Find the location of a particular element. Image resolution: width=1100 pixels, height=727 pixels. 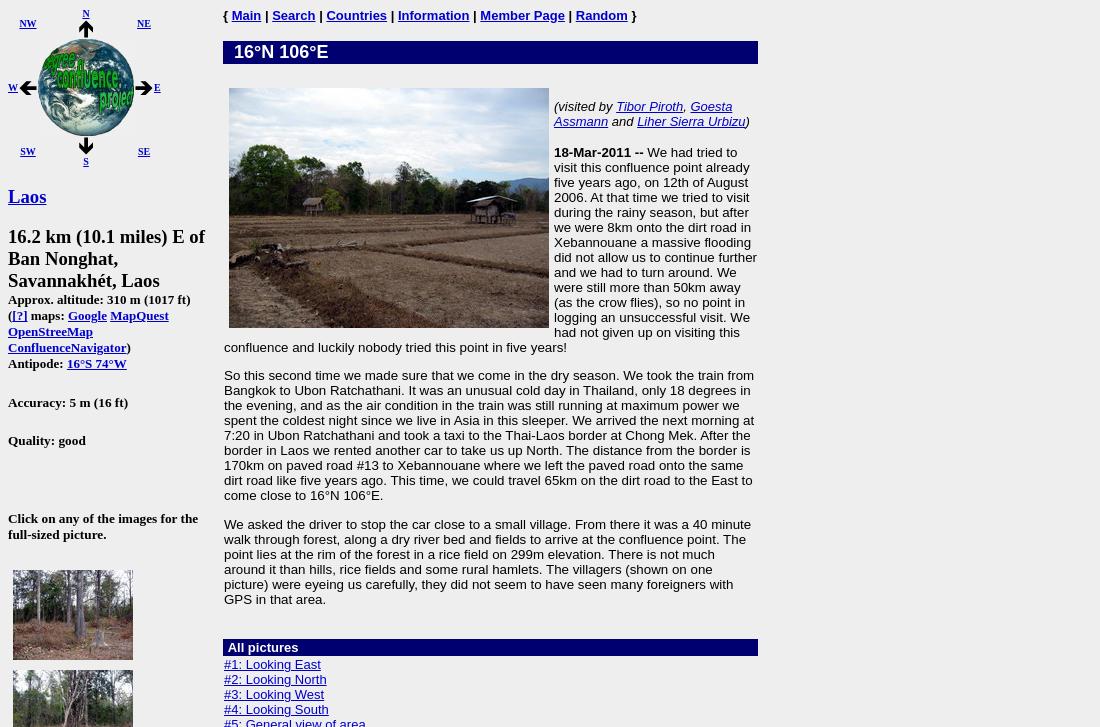

'Approx. altitude: 310 m
                         (1017 ft)' is located at coordinates (99, 299).